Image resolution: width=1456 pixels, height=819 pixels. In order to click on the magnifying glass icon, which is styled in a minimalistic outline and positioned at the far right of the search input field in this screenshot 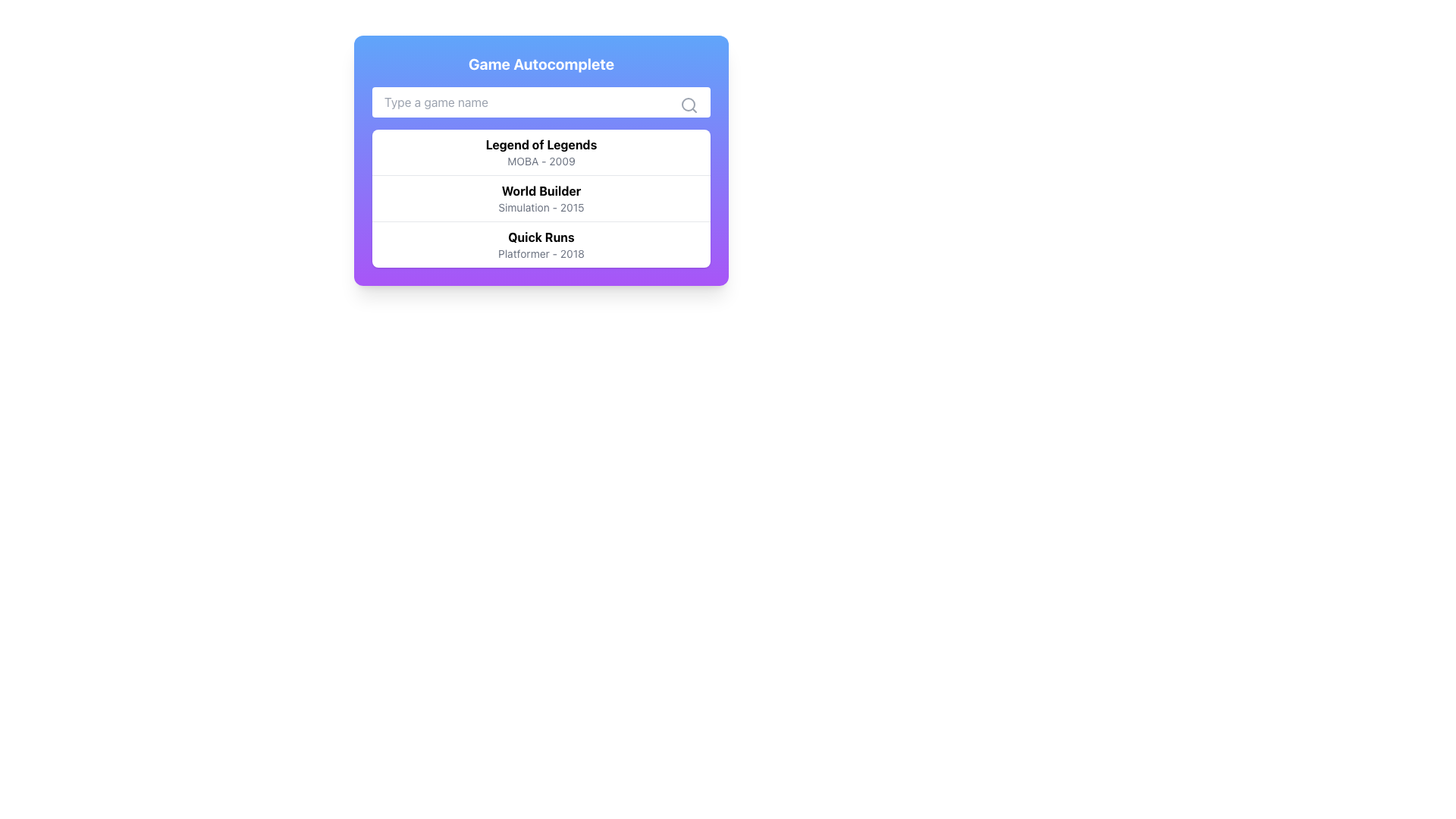, I will do `click(688, 104)`.